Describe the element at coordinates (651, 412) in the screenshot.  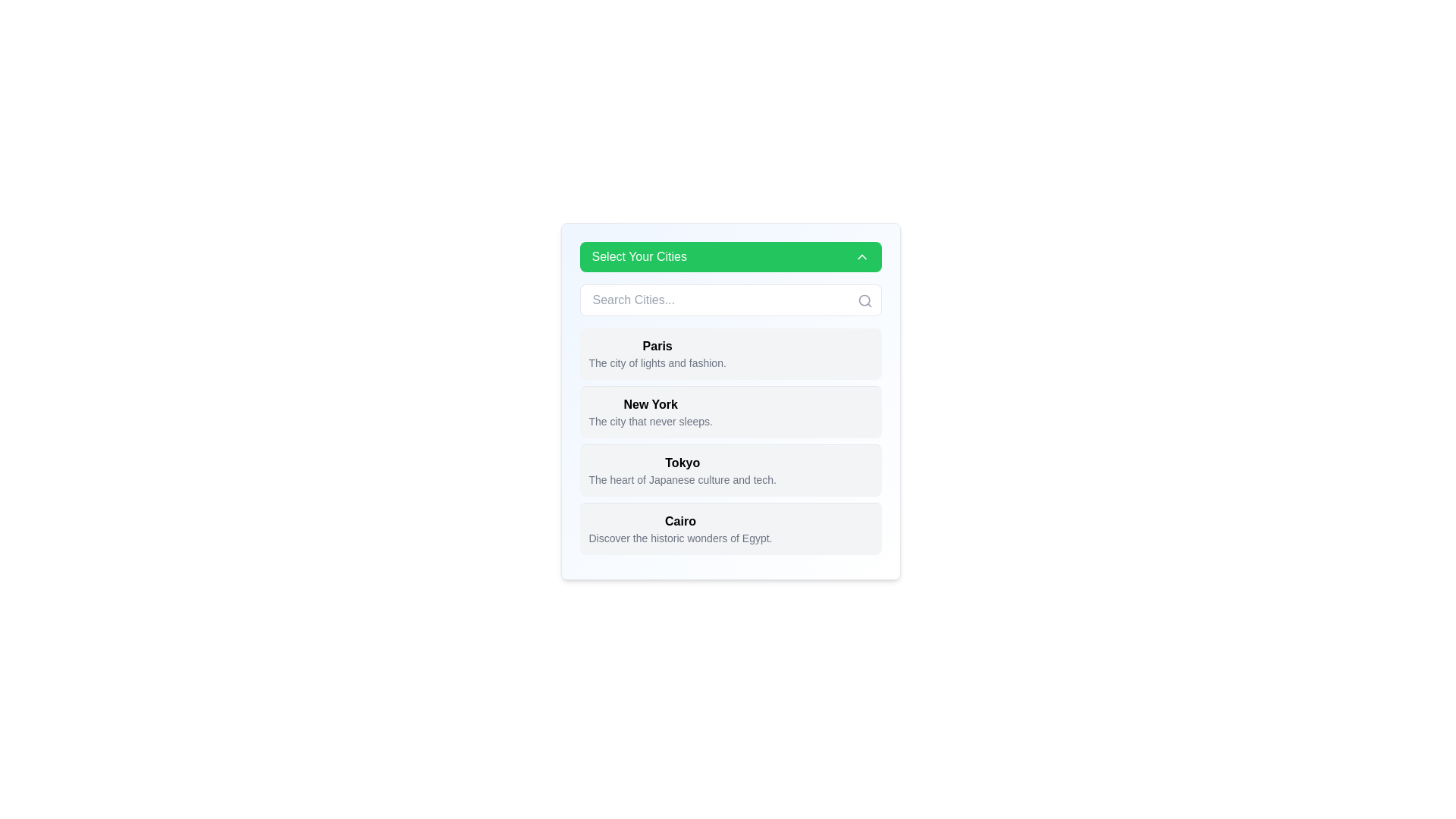
I see `the second item in the dropdown menu titled 'Select Your Cities' that describes 'New York'` at that location.